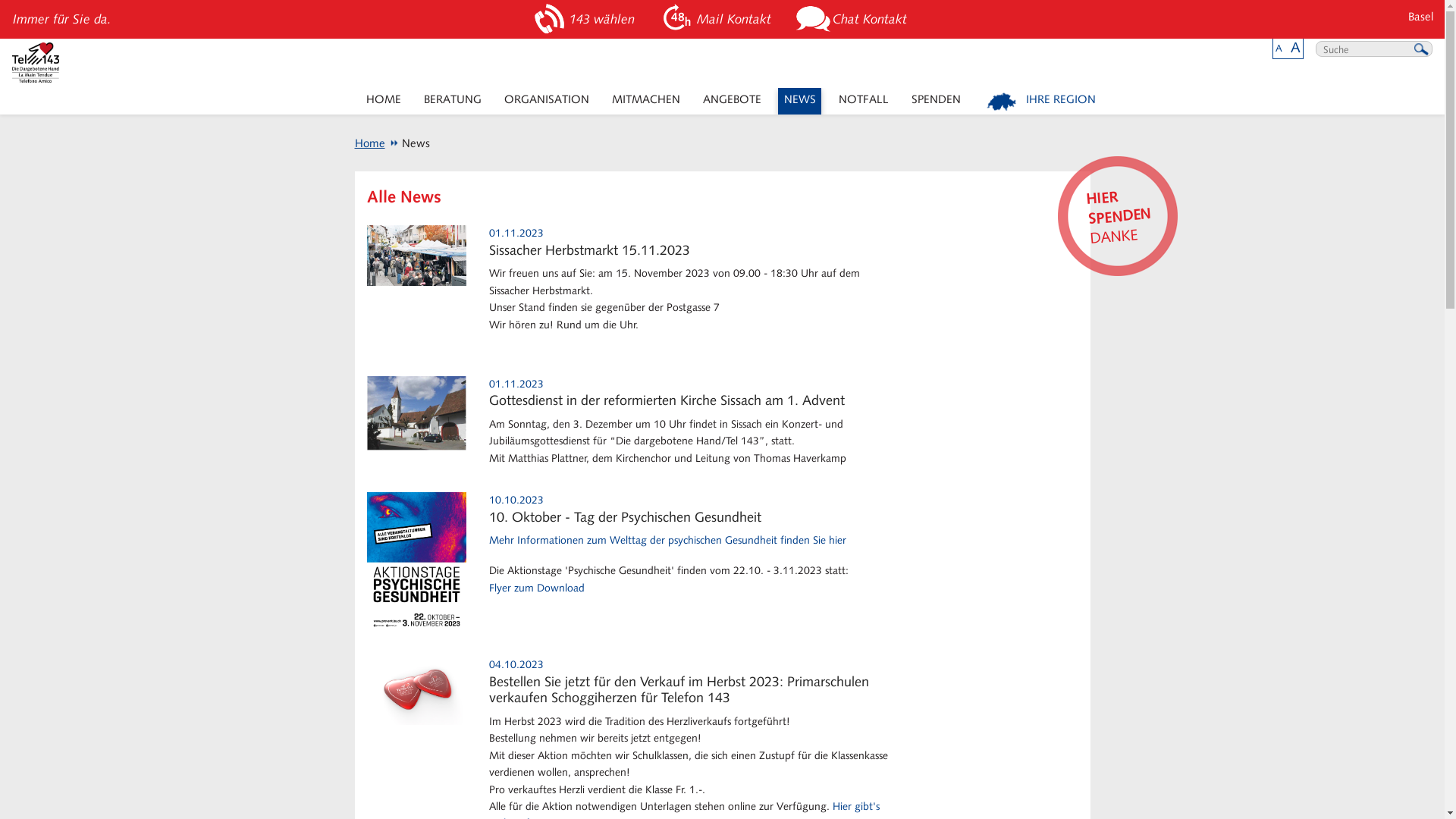 Image resolution: width=1456 pixels, height=819 pixels. I want to click on 'IHRE REGION', so click(1041, 101).